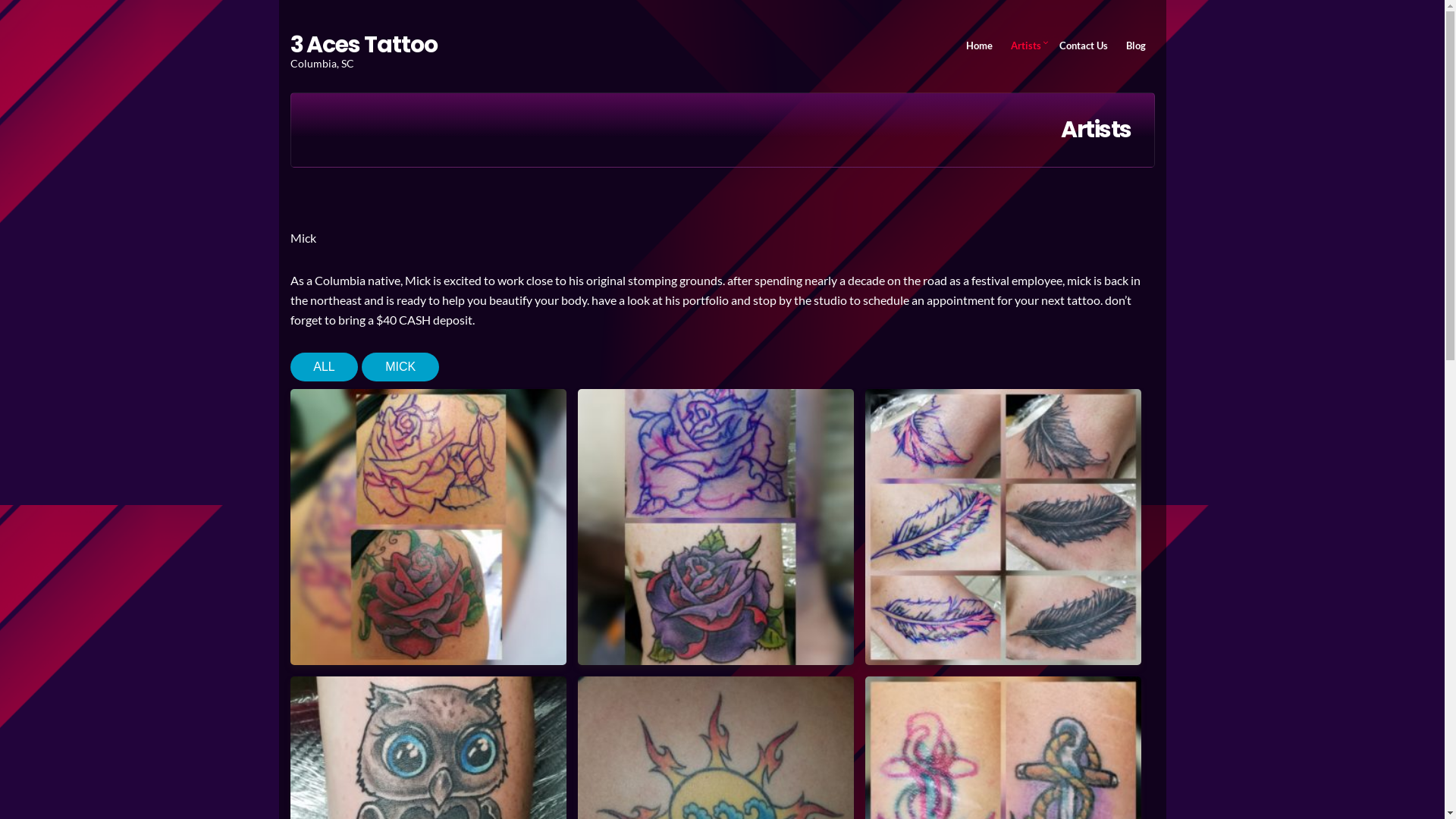 The height and width of the screenshot is (819, 1456). What do you see at coordinates (1025, 45) in the screenshot?
I see `'Artists'` at bounding box center [1025, 45].